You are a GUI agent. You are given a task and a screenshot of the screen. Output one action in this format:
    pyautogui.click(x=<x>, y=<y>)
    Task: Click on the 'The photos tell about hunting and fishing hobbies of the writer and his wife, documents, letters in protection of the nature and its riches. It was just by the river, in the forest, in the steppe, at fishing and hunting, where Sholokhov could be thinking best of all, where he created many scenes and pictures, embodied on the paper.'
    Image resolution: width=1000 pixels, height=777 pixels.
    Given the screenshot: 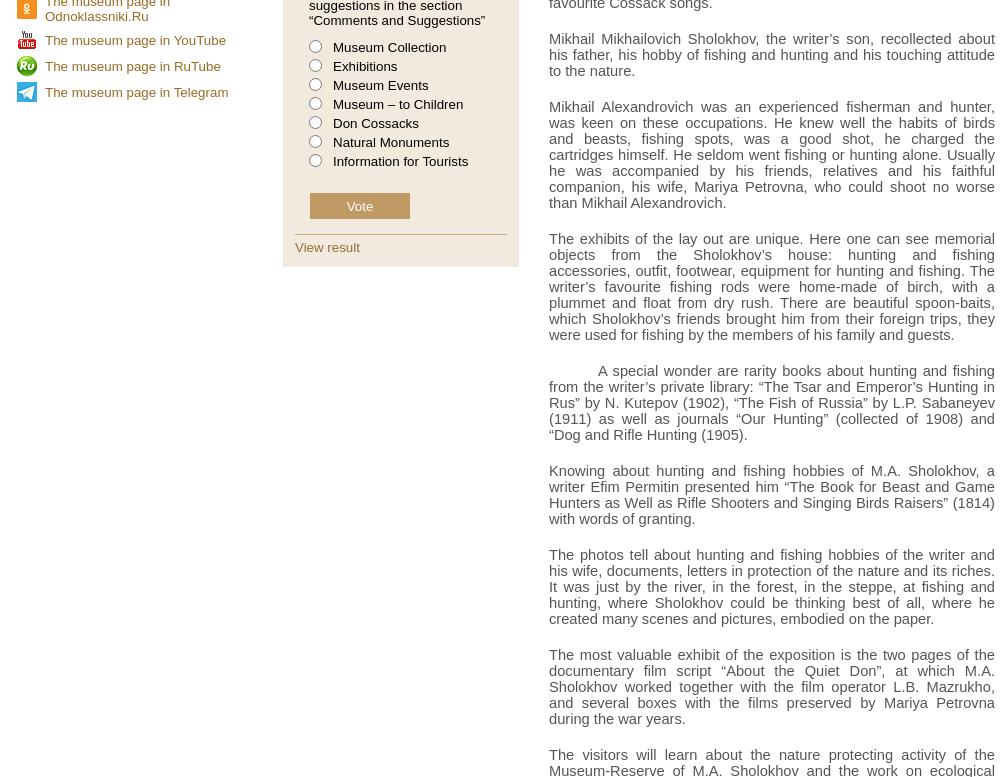 What is the action you would take?
    pyautogui.click(x=772, y=587)
    